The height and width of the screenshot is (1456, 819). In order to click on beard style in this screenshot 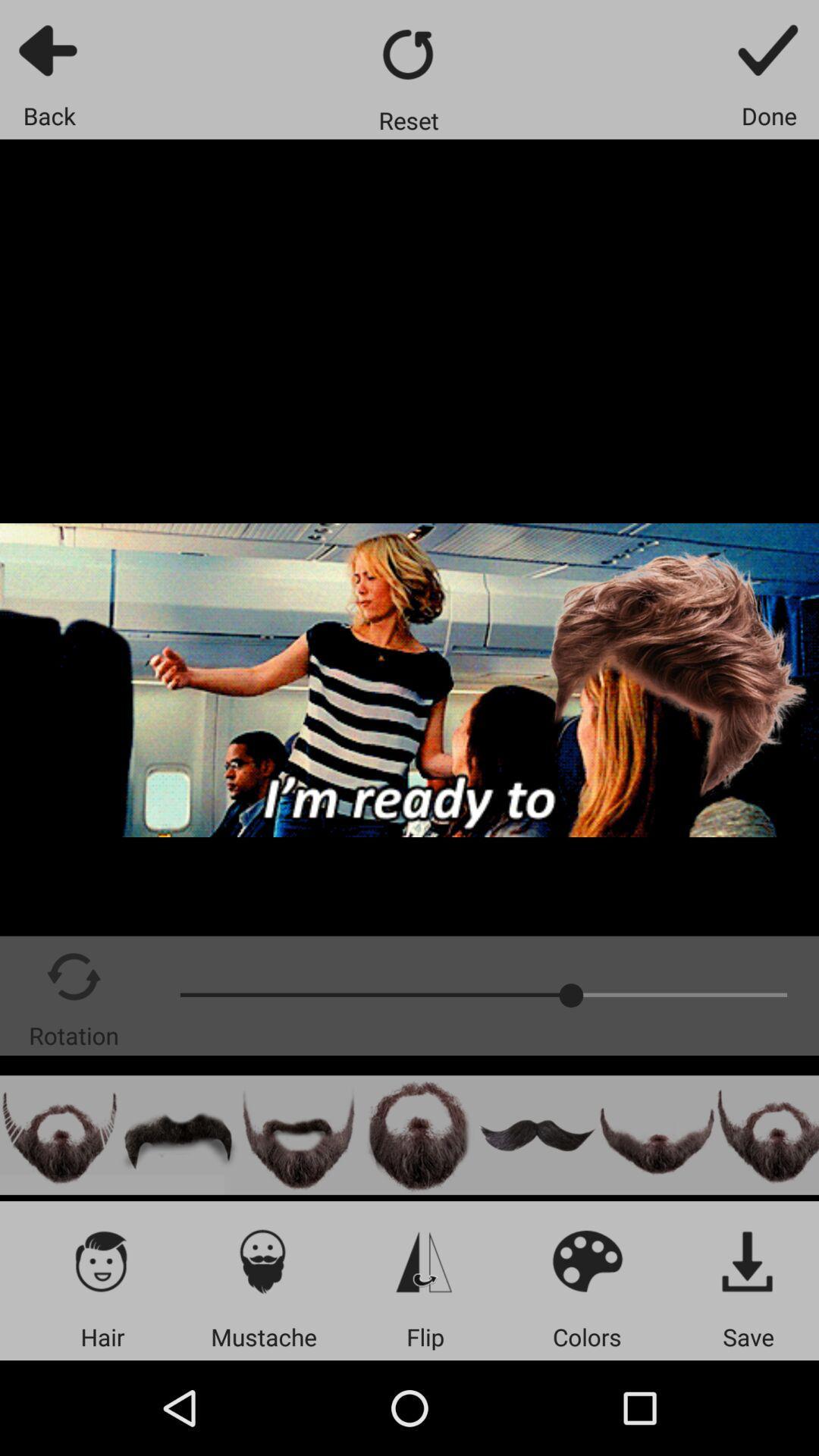, I will do `click(767, 1135)`.